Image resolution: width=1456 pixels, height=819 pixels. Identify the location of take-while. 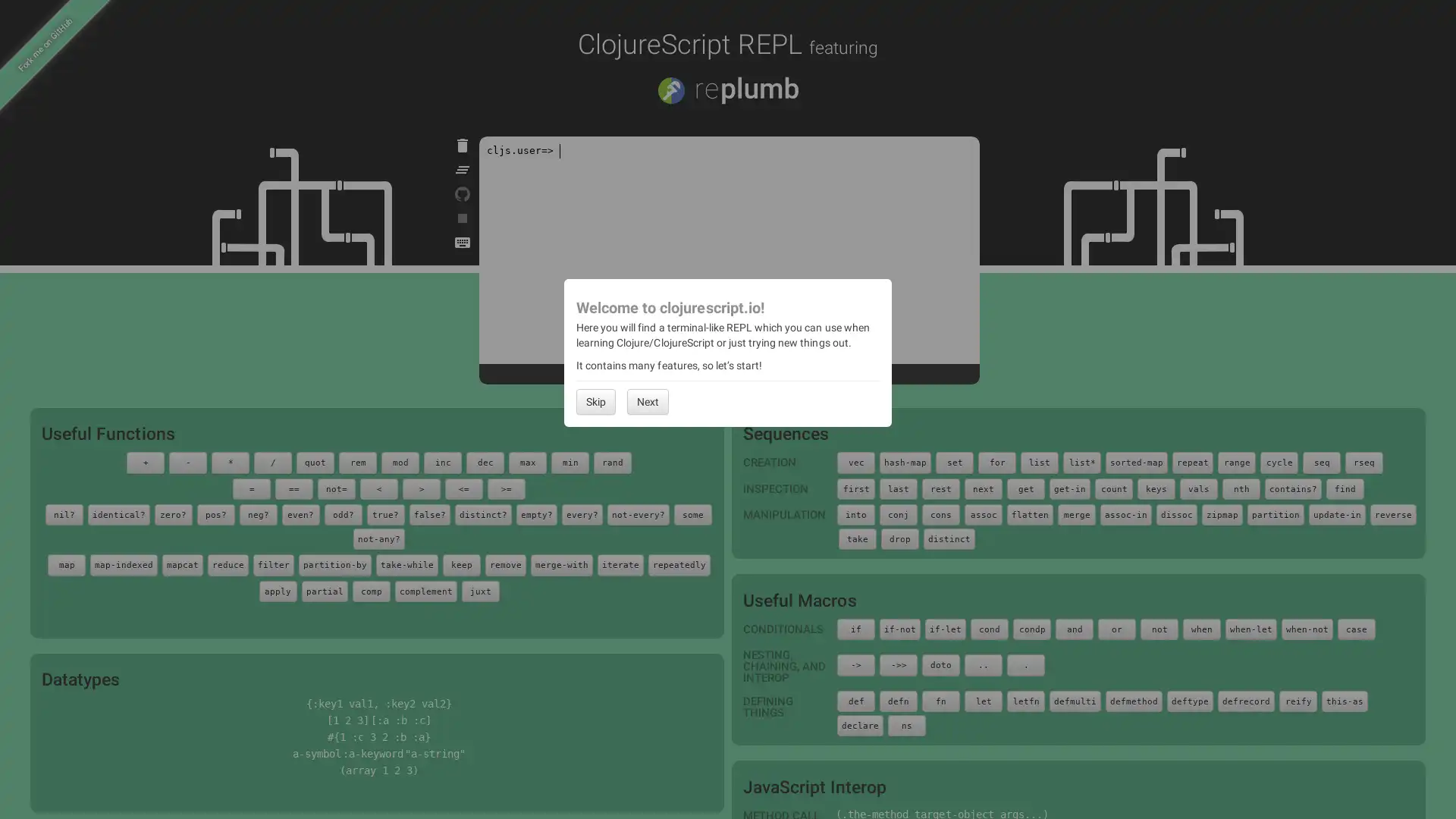
(407, 564).